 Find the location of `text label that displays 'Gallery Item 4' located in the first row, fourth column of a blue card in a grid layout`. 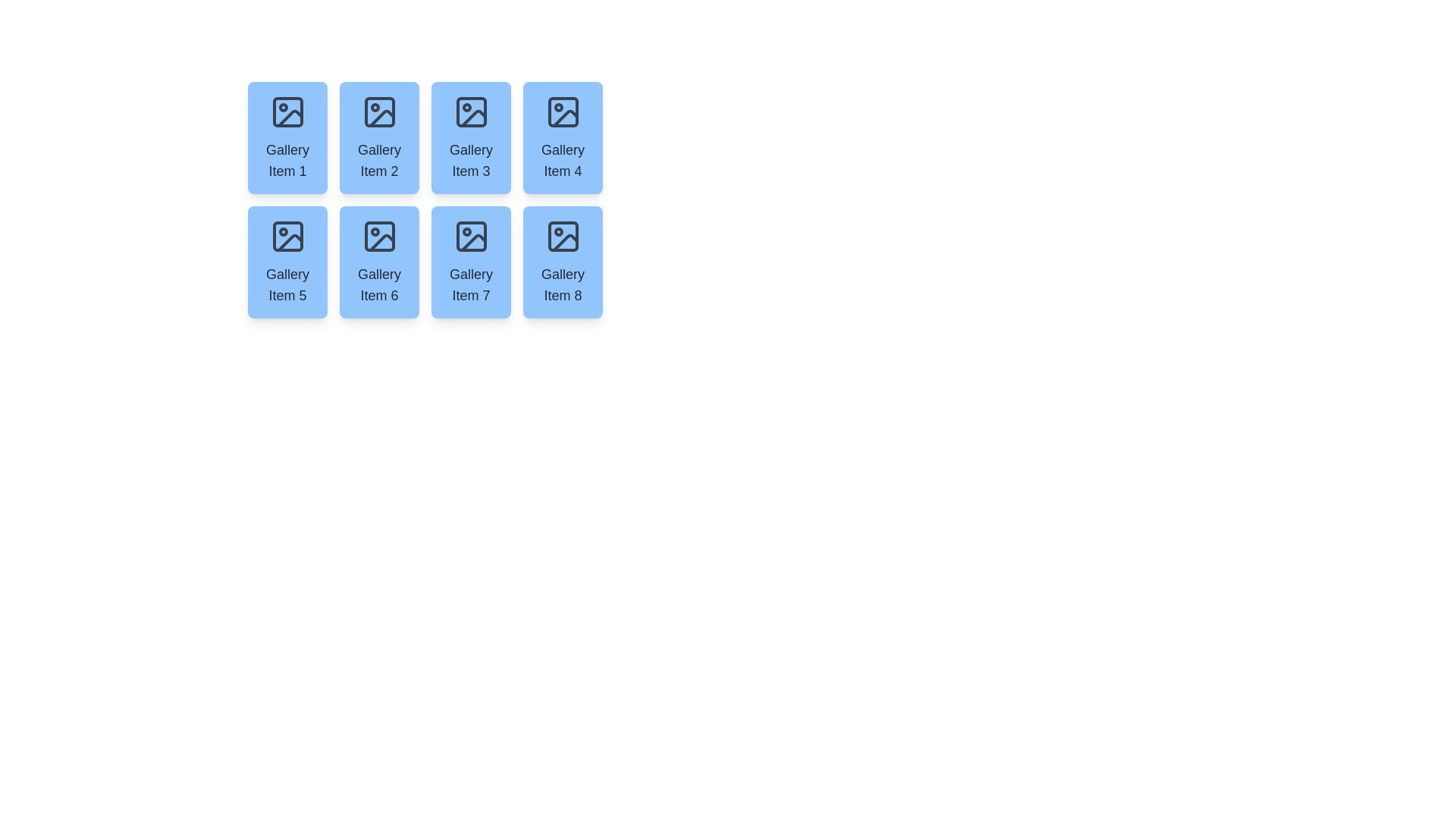

text label that displays 'Gallery Item 4' located in the first row, fourth column of a blue card in a grid layout is located at coordinates (562, 161).